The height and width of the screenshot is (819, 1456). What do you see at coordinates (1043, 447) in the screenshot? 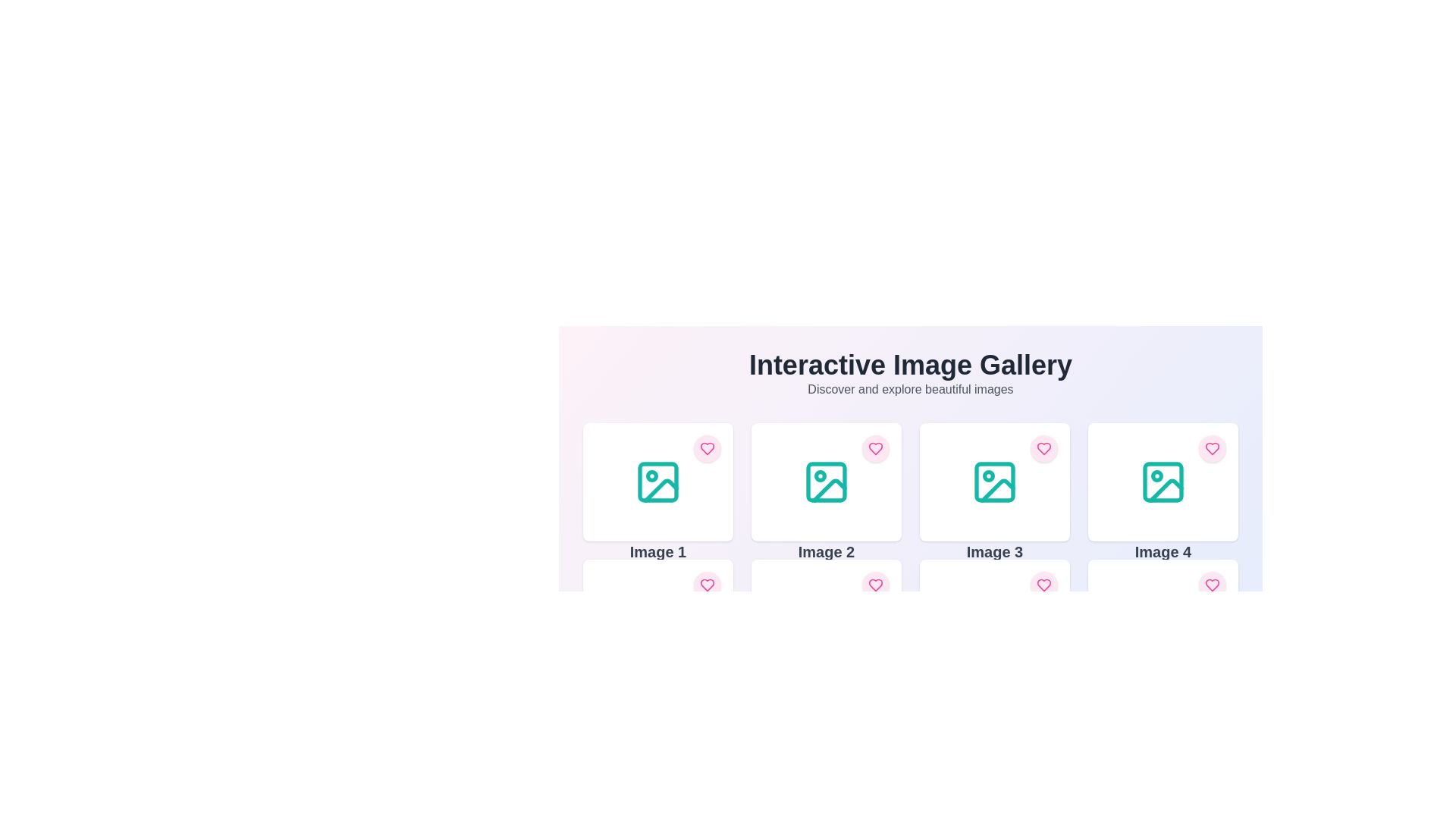
I see `the 'like' button icon in the top-right corner of the card labeled 'Image 3', which is displayed within a circular pink background, to express approval for the associated content` at bounding box center [1043, 447].